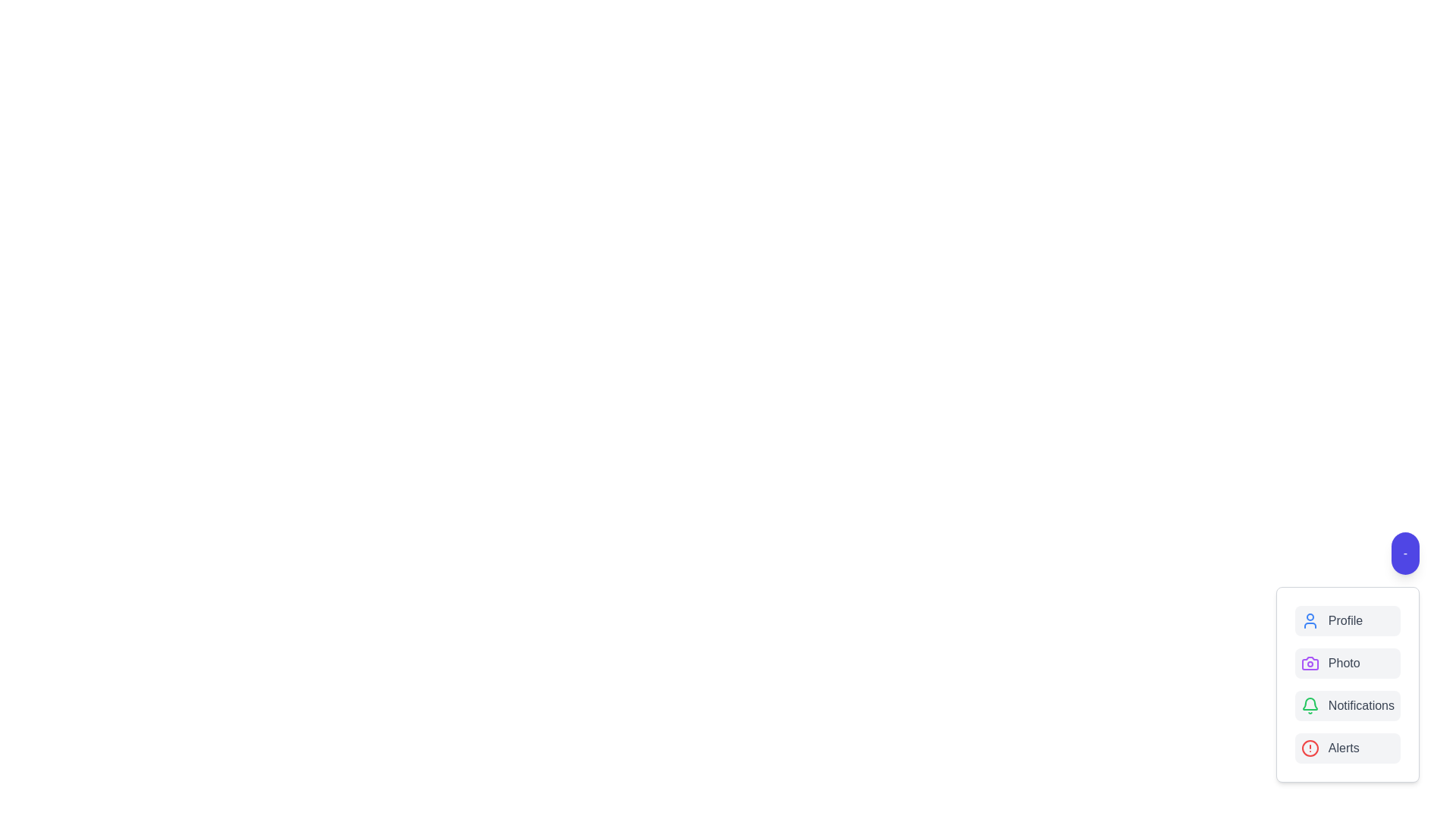  What do you see at coordinates (1347, 748) in the screenshot?
I see `the 'Alerts' option in the speed dial menu` at bounding box center [1347, 748].